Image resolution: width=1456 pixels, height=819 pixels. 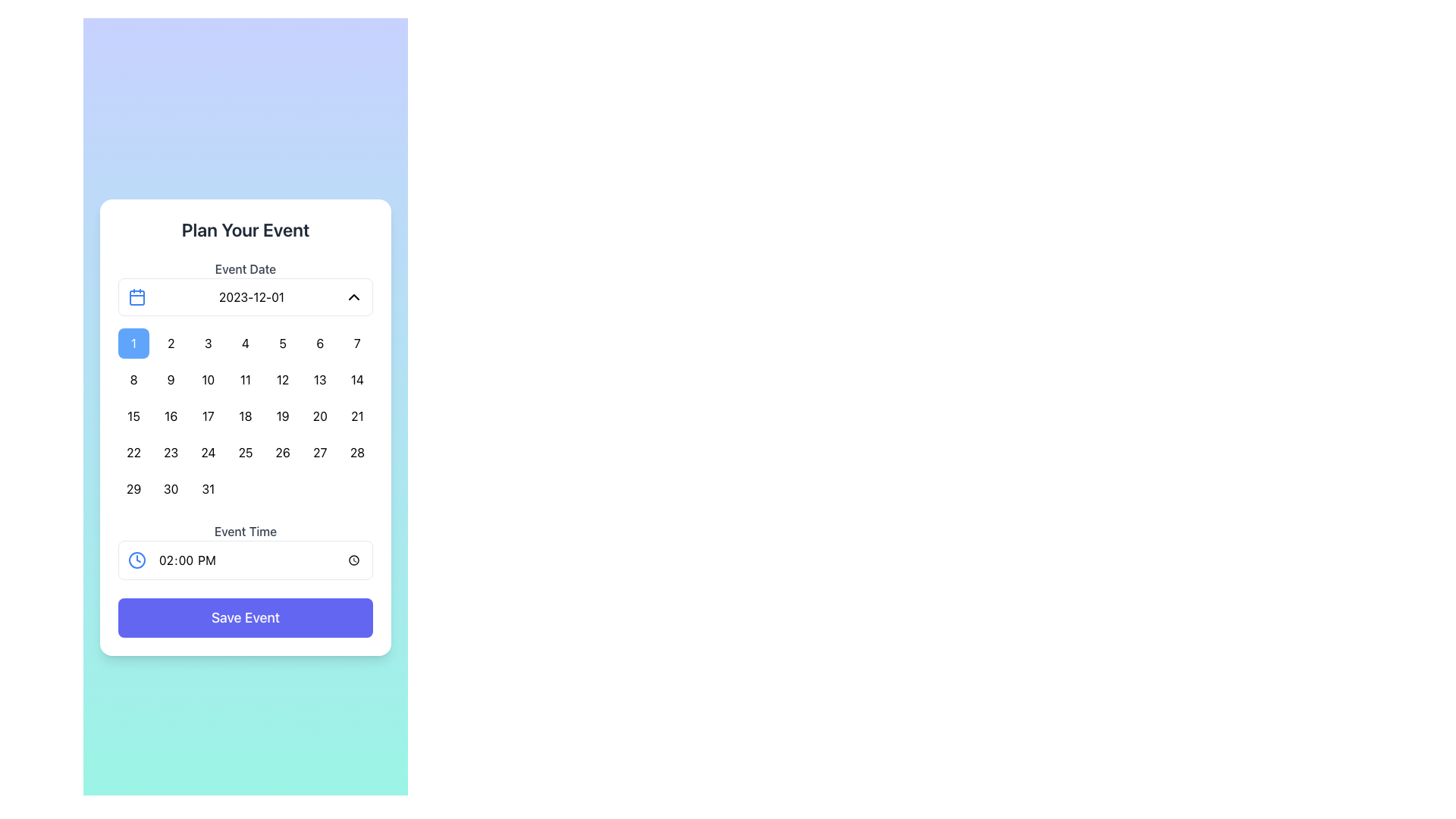 I want to click on the selected date text within the date picker component, so click(x=251, y=297).